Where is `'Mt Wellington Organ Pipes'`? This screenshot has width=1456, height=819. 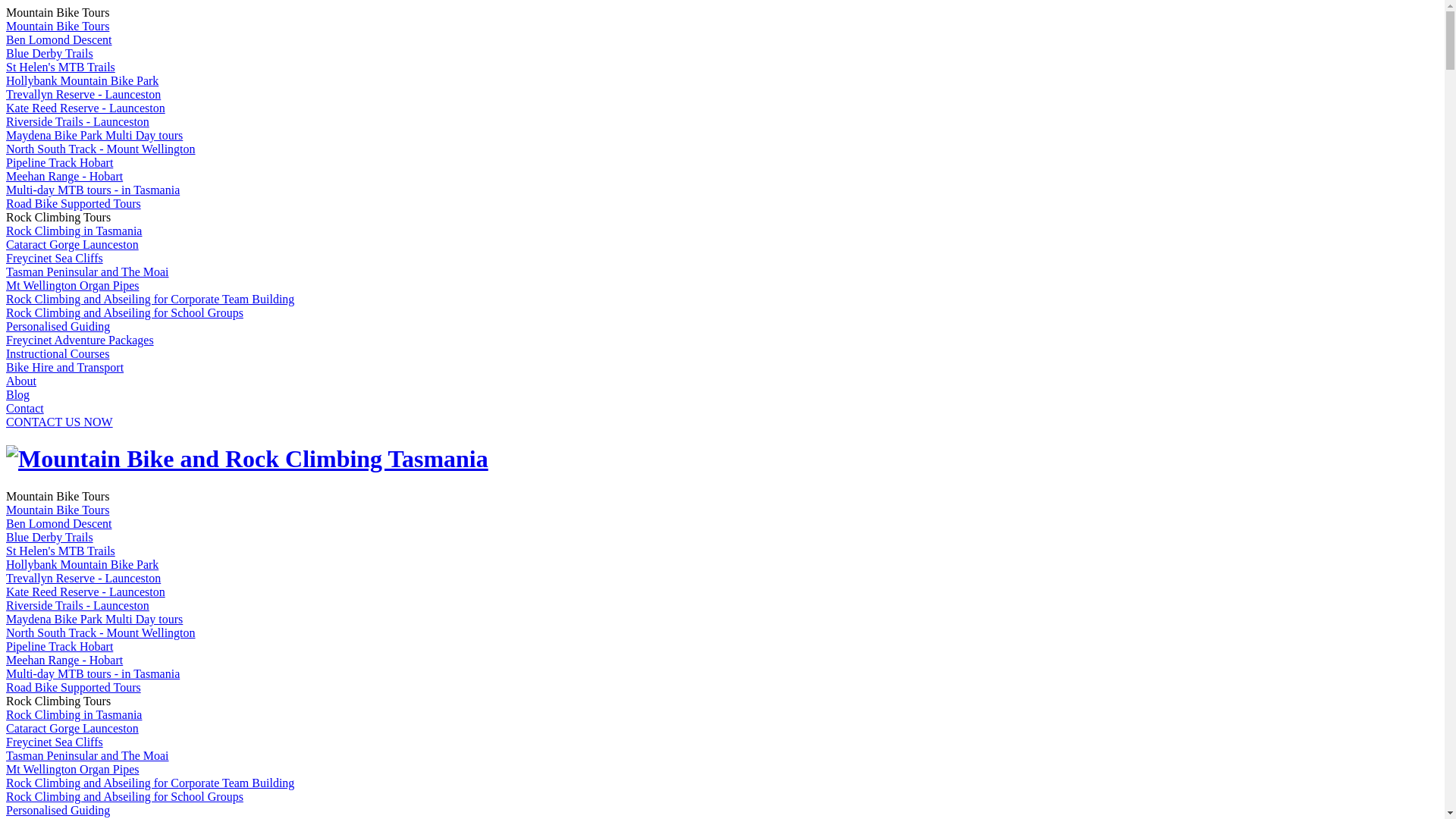
'Mt Wellington Organ Pipes' is located at coordinates (71, 769).